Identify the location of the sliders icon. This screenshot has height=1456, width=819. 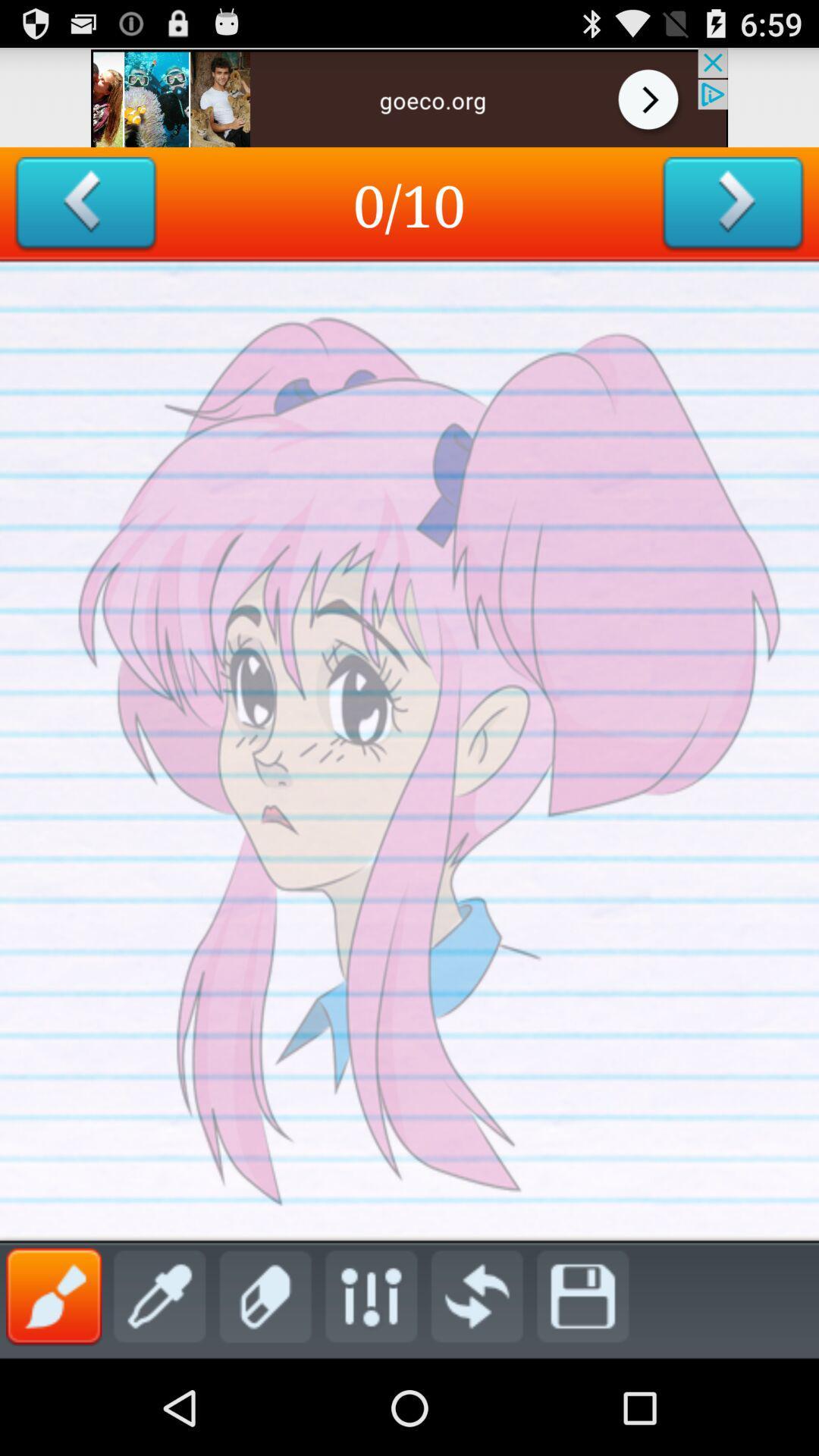
(371, 1388).